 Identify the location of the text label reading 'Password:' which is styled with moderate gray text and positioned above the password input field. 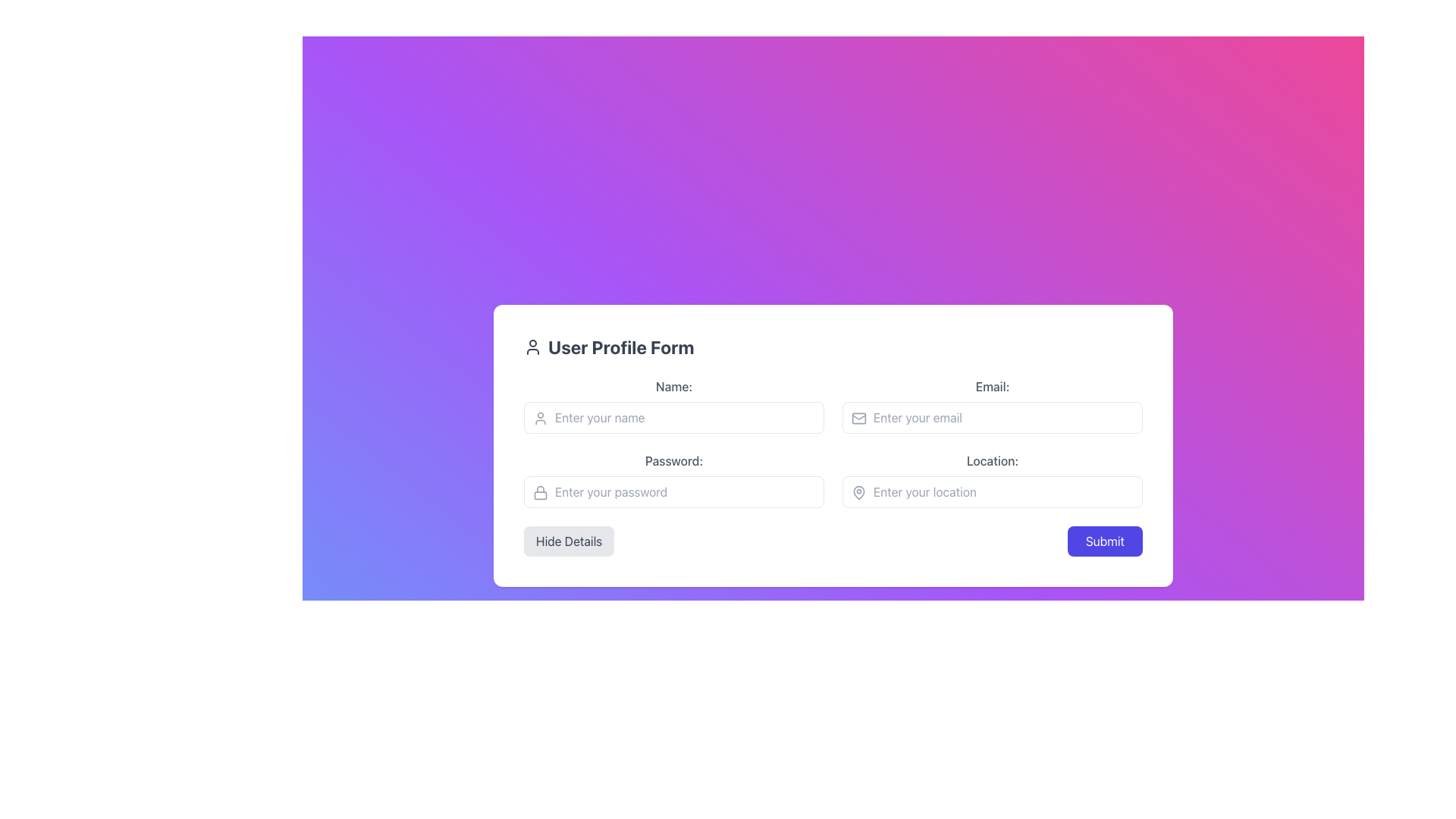
(673, 460).